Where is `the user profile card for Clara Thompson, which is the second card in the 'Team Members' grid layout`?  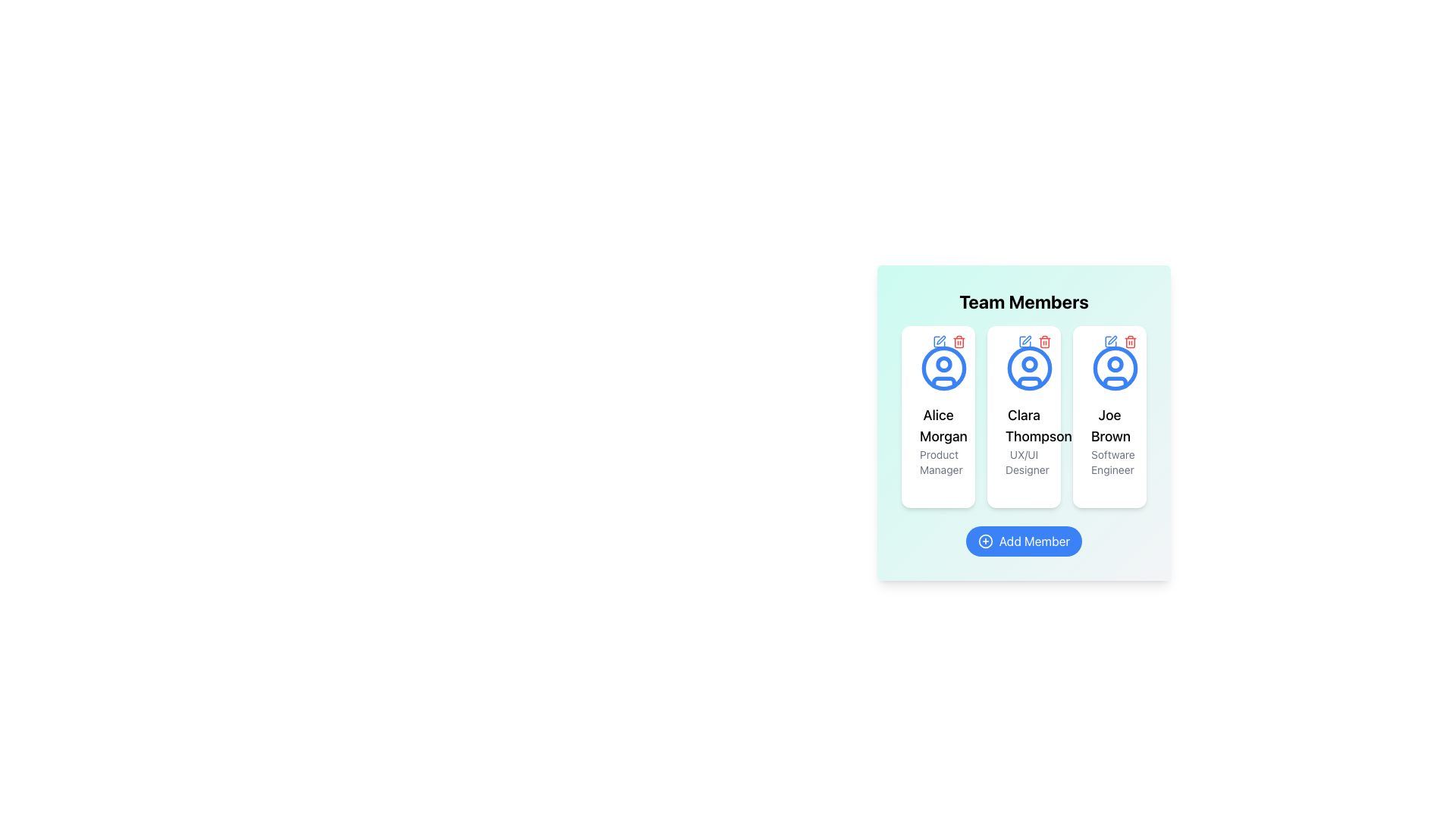
the user profile card for Clara Thompson, which is the second card in the 'Team Members' grid layout is located at coordinates (1024, 423).